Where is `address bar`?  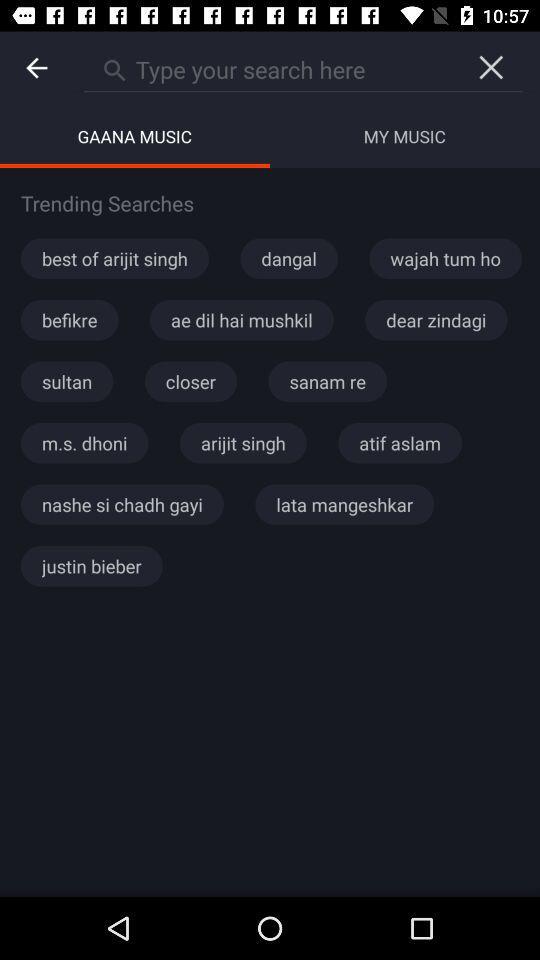
address bar is located at coordinates (270, 67).